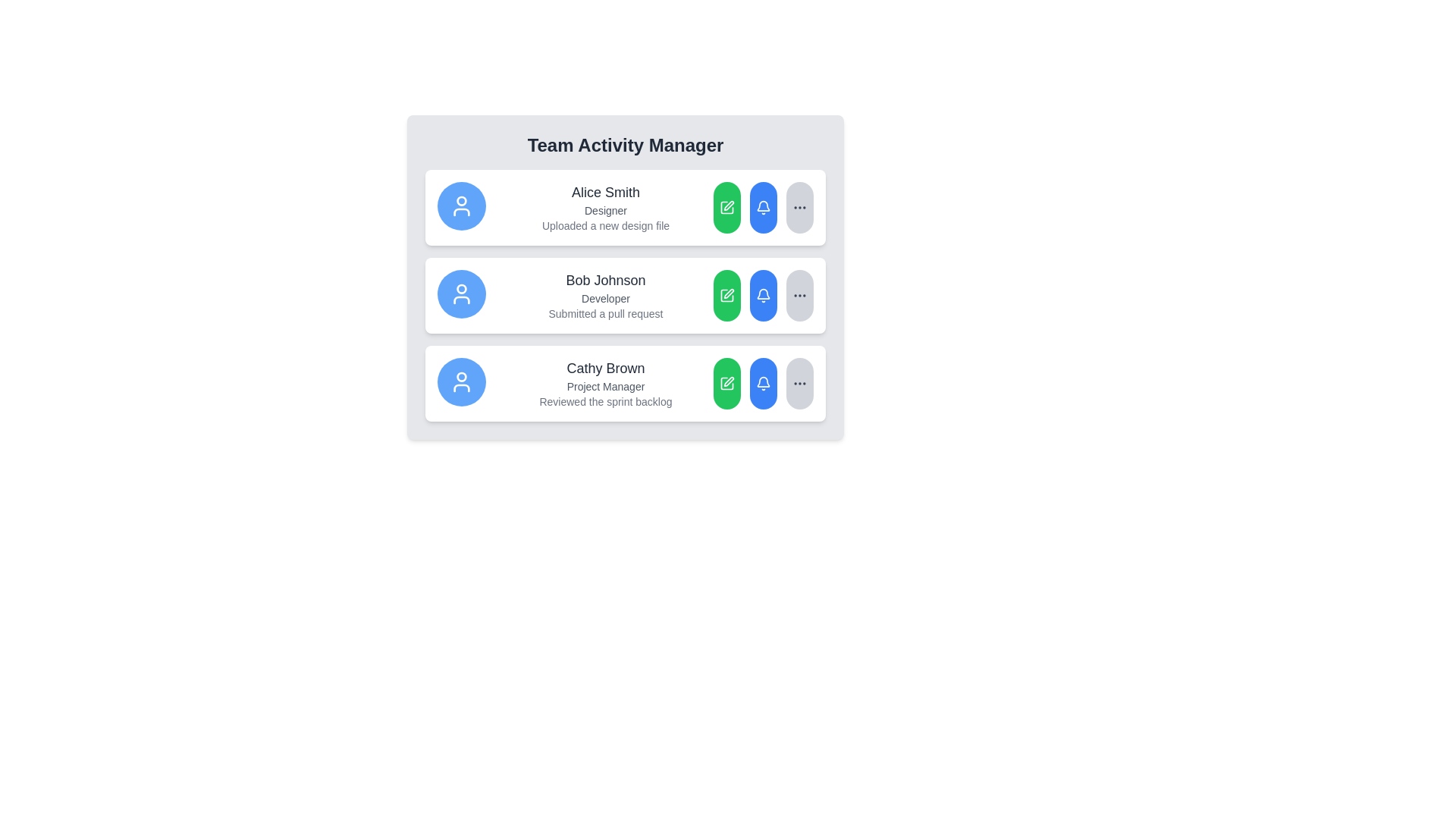 This screenshot has height=819, width=1456. I want to click on the circular blue button with a white bell icon, so click(764, 382).